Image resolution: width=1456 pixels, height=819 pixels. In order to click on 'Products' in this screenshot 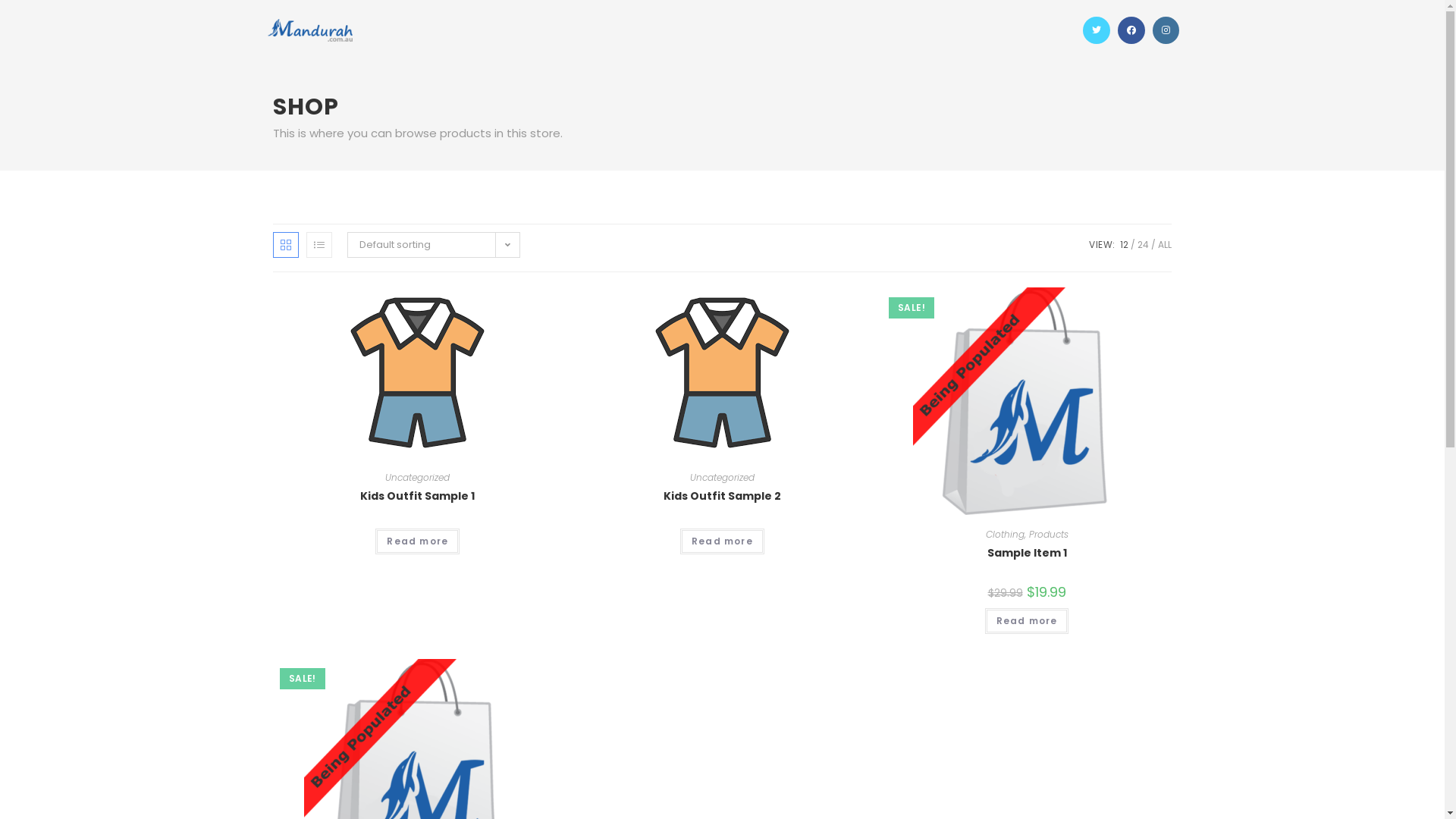, I will do `click(1047, 533)`.